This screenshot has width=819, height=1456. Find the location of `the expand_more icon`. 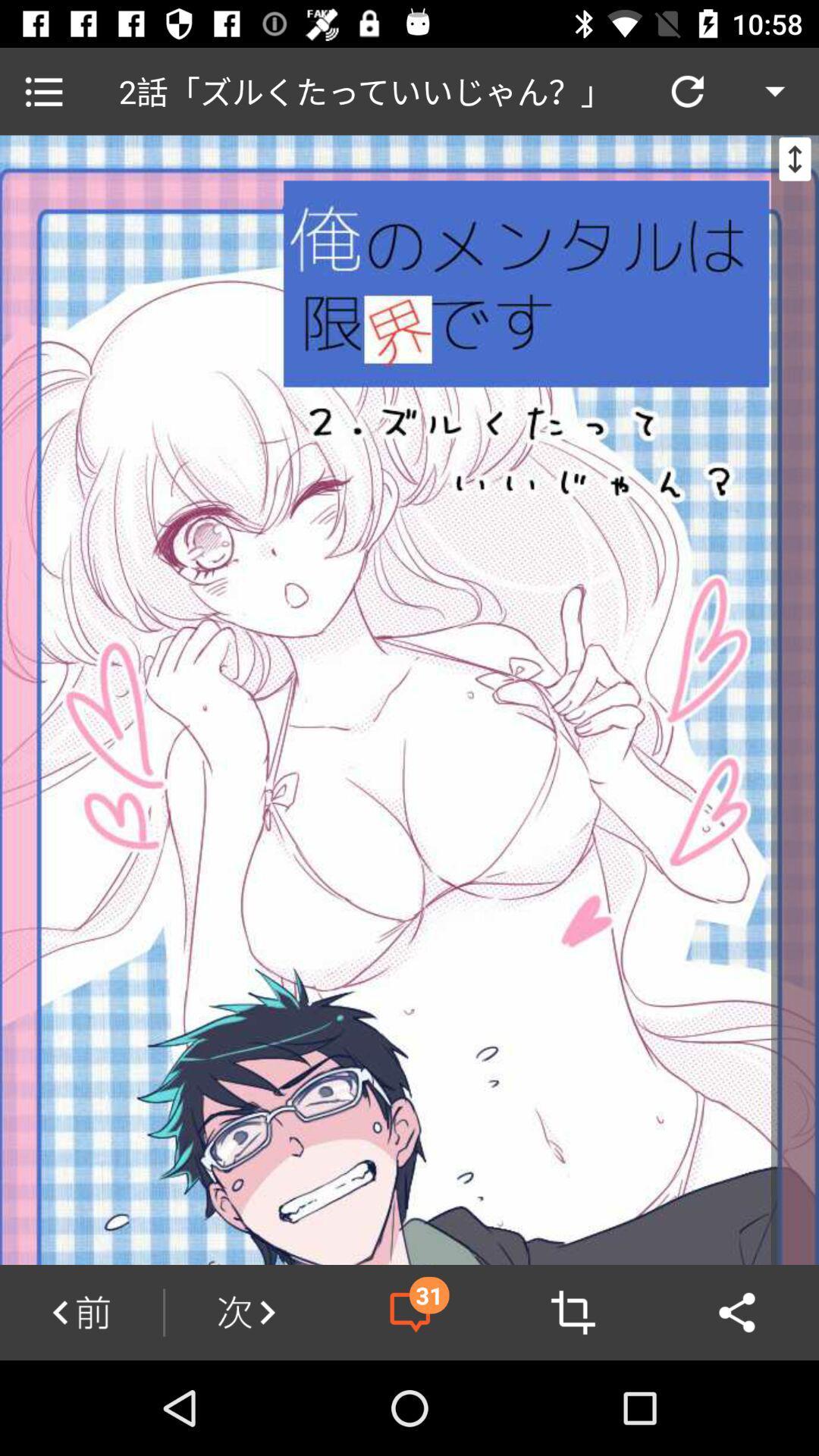

the expand_more icon is located at coordinates (775, 90).